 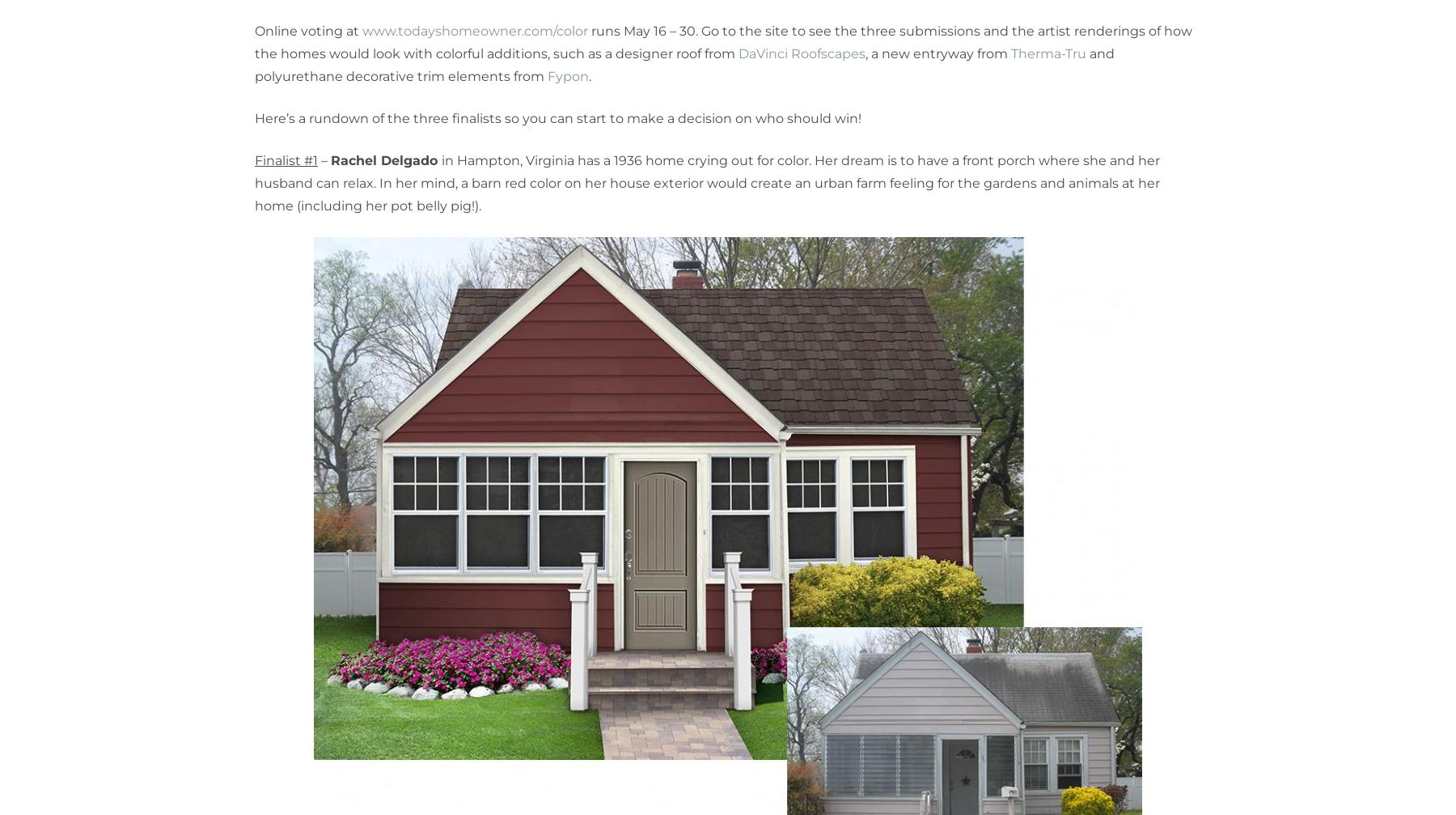 What do you see at coordinates (286, 160) in the screenshot?
I see `'Finalist #1'` at bounding box center [286, 160].